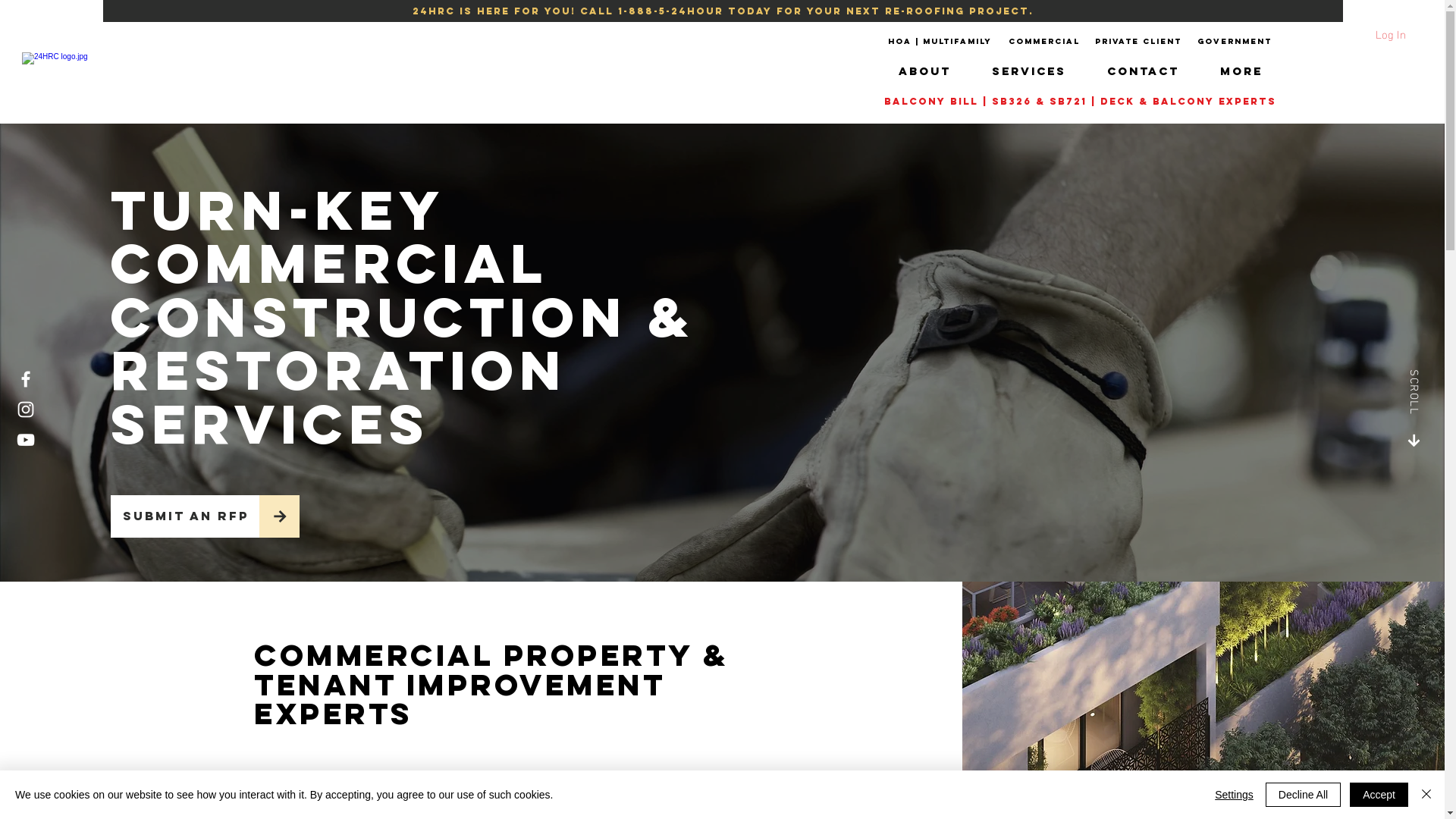  I want to click on 'Log In', so click(1337, 33).